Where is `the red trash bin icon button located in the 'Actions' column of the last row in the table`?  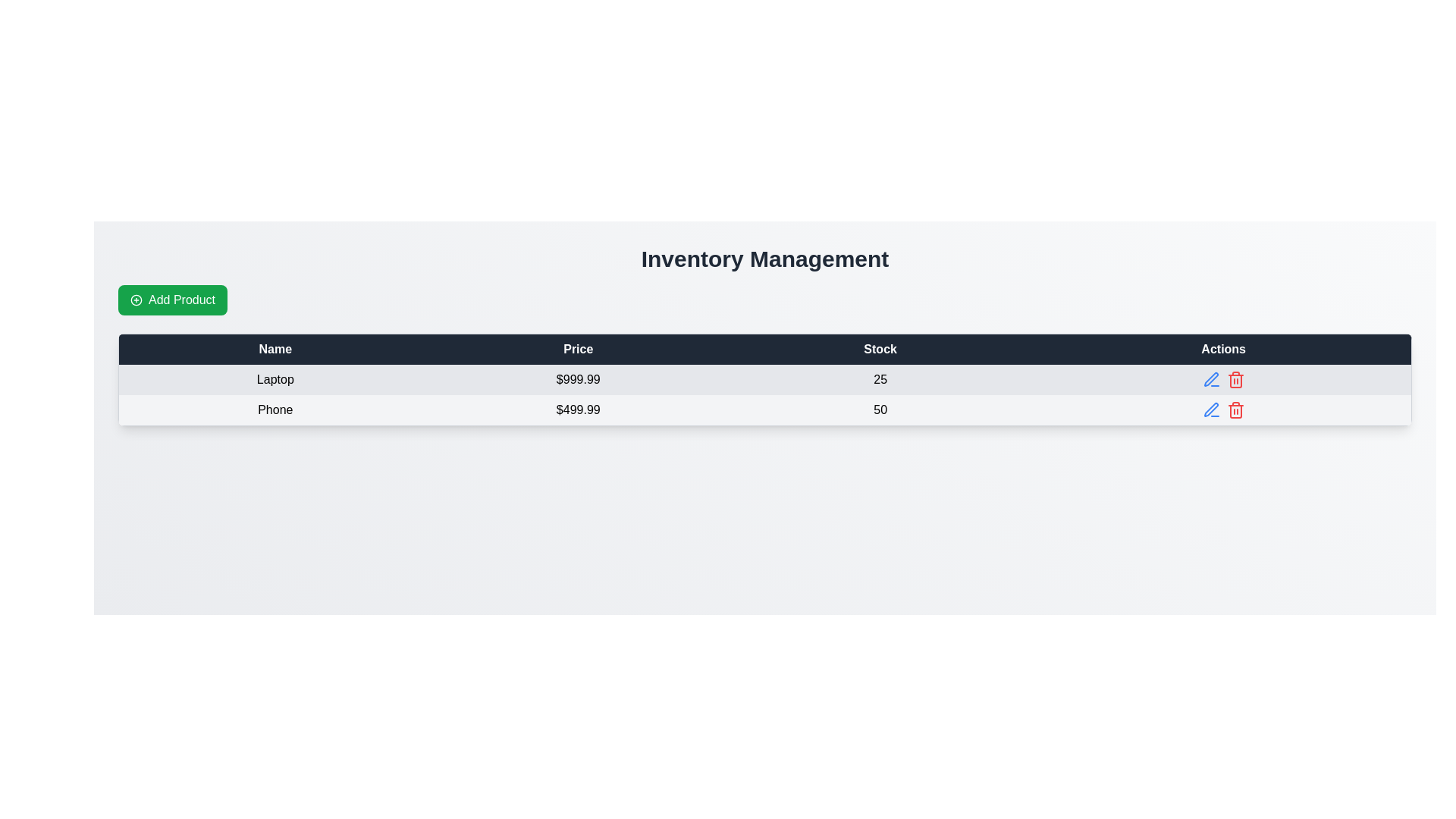 the red trash bin icon button located in the 'Actions' column of the last row in the table is located at coordinates (1235, 409).